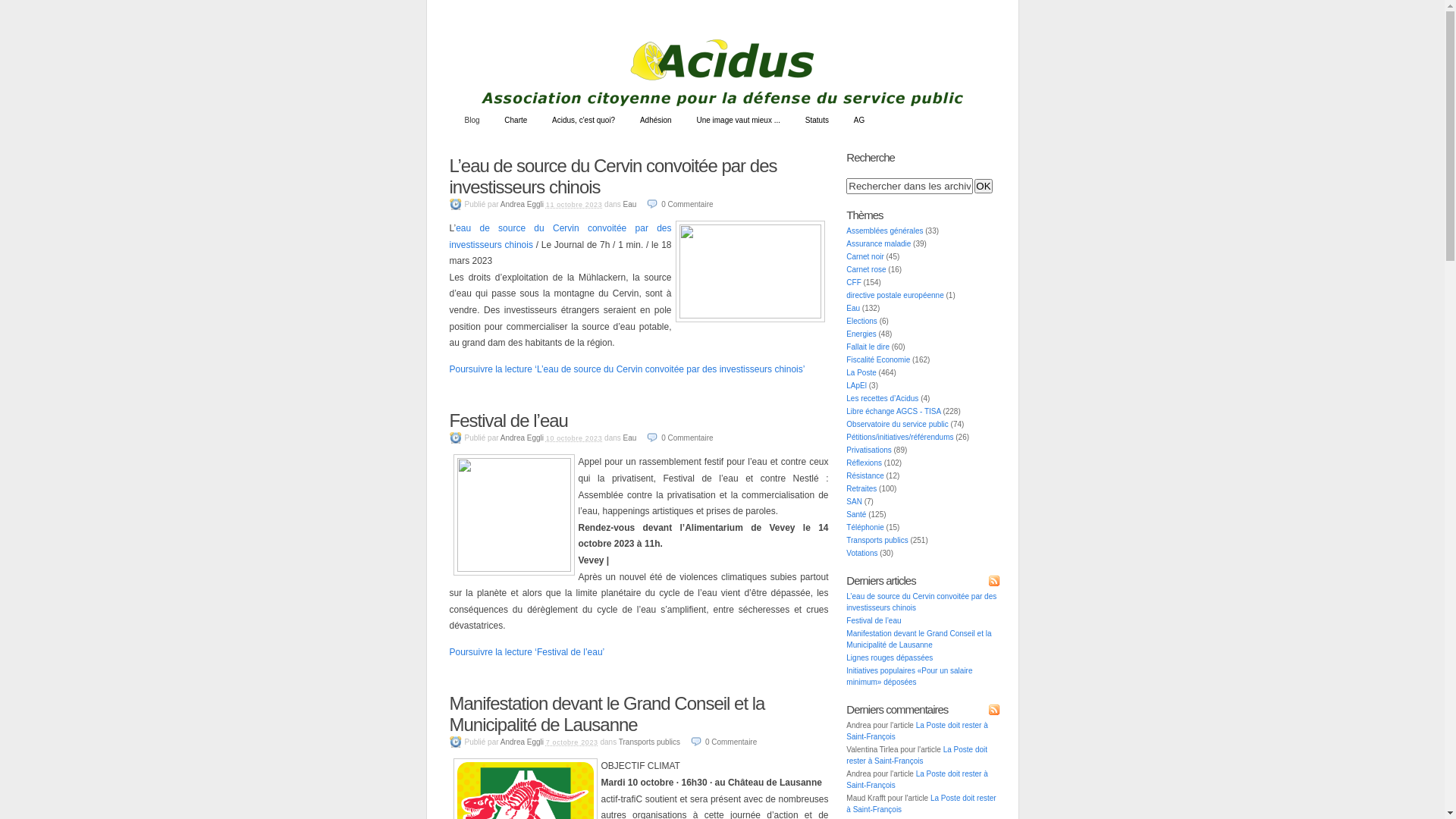 Image resolution: width=1456 pixels, height=819 pixels. I want to click on 'Fallait le dire', so click(868, 347).